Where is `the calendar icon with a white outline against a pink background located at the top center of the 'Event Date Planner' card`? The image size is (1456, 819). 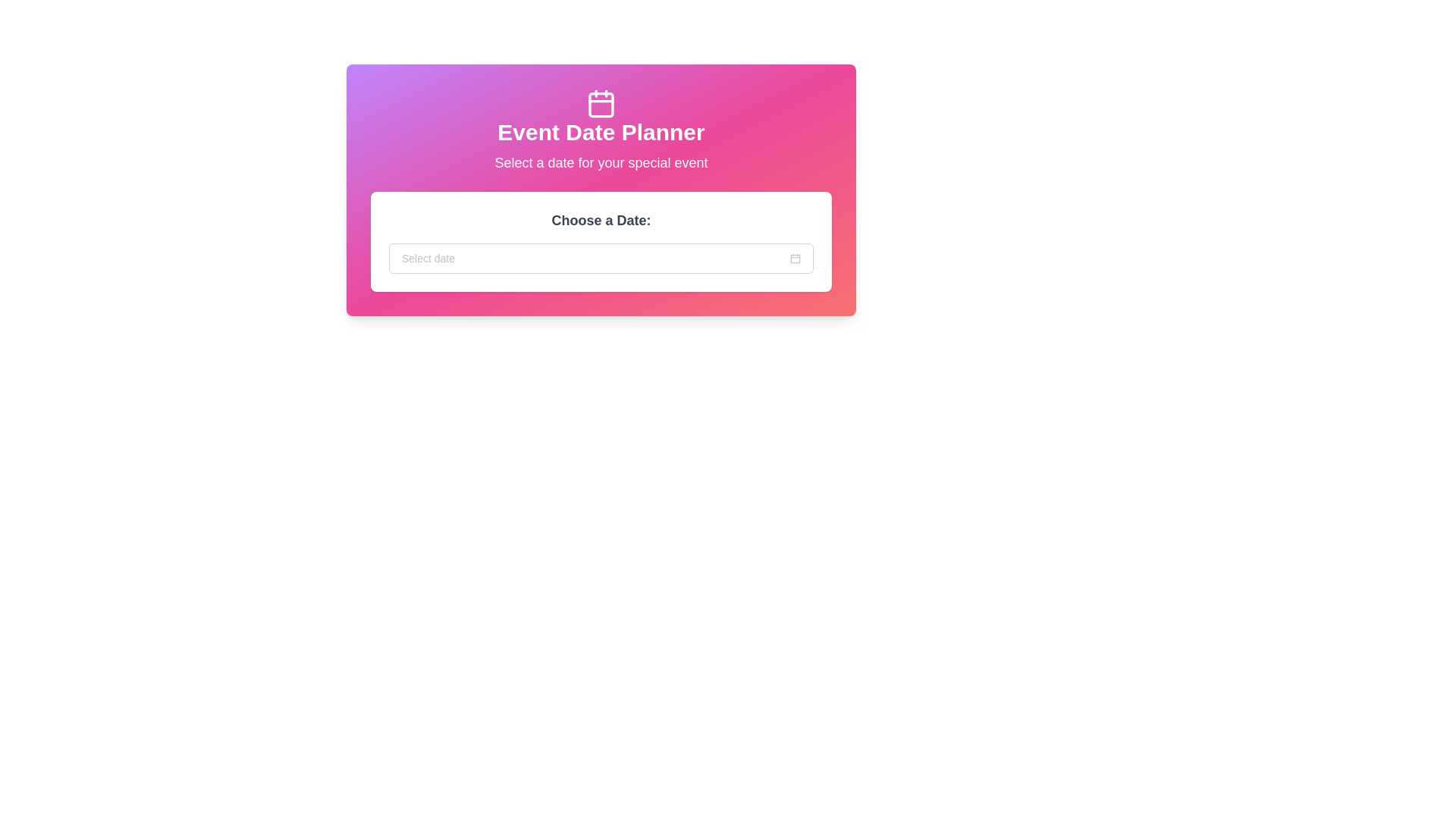
the calendar icon with a white outline against a pink background located at the top center of the 'Event Date Planner' card is located at coordinates (600, 103).